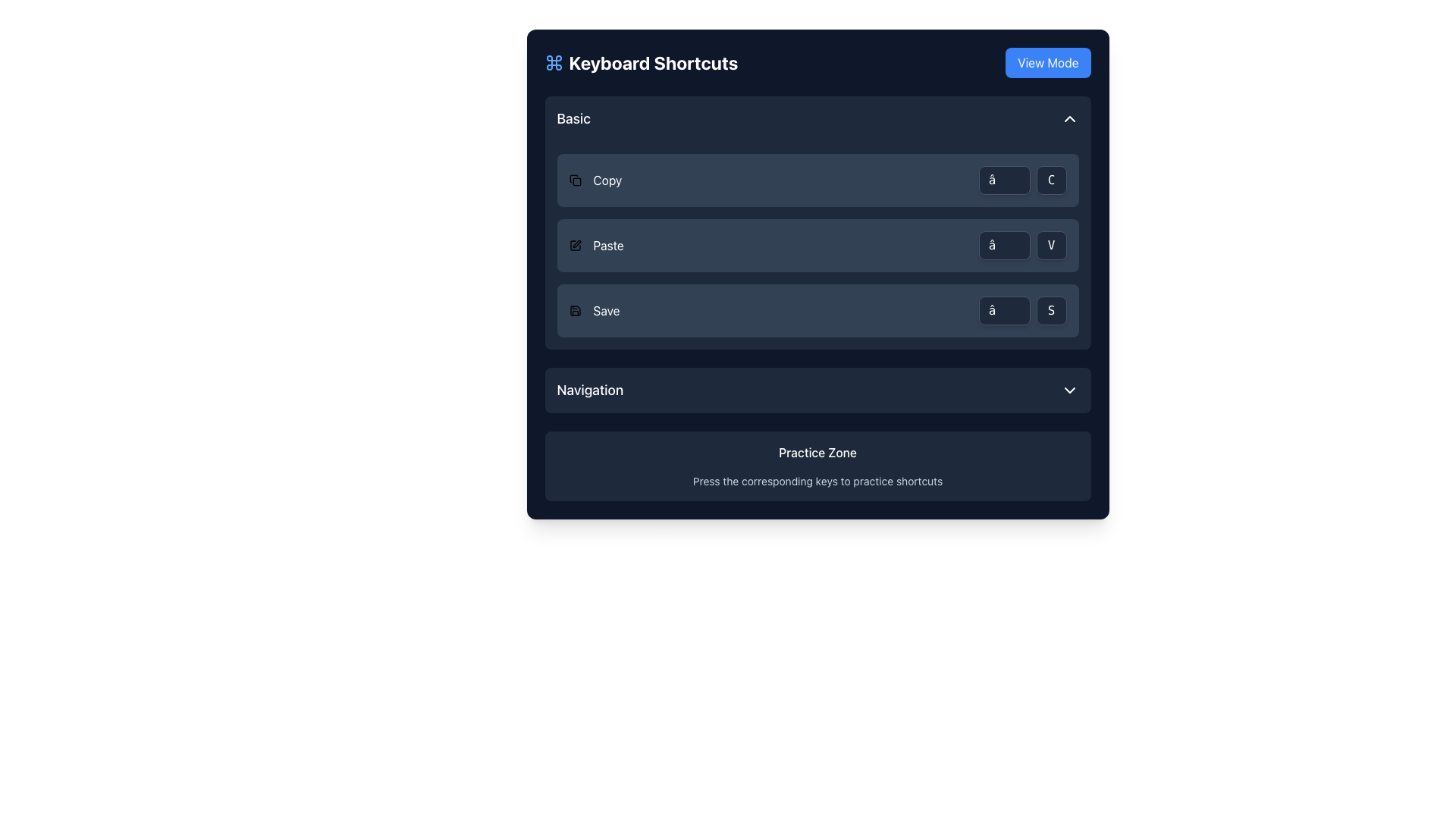  I want to click on the 'C' button, which represents the 'C' key on the keyboard and is the second button in a horizontal arrangement within the 'Keyboard Shortcuts' panel, so click(1050, 180).